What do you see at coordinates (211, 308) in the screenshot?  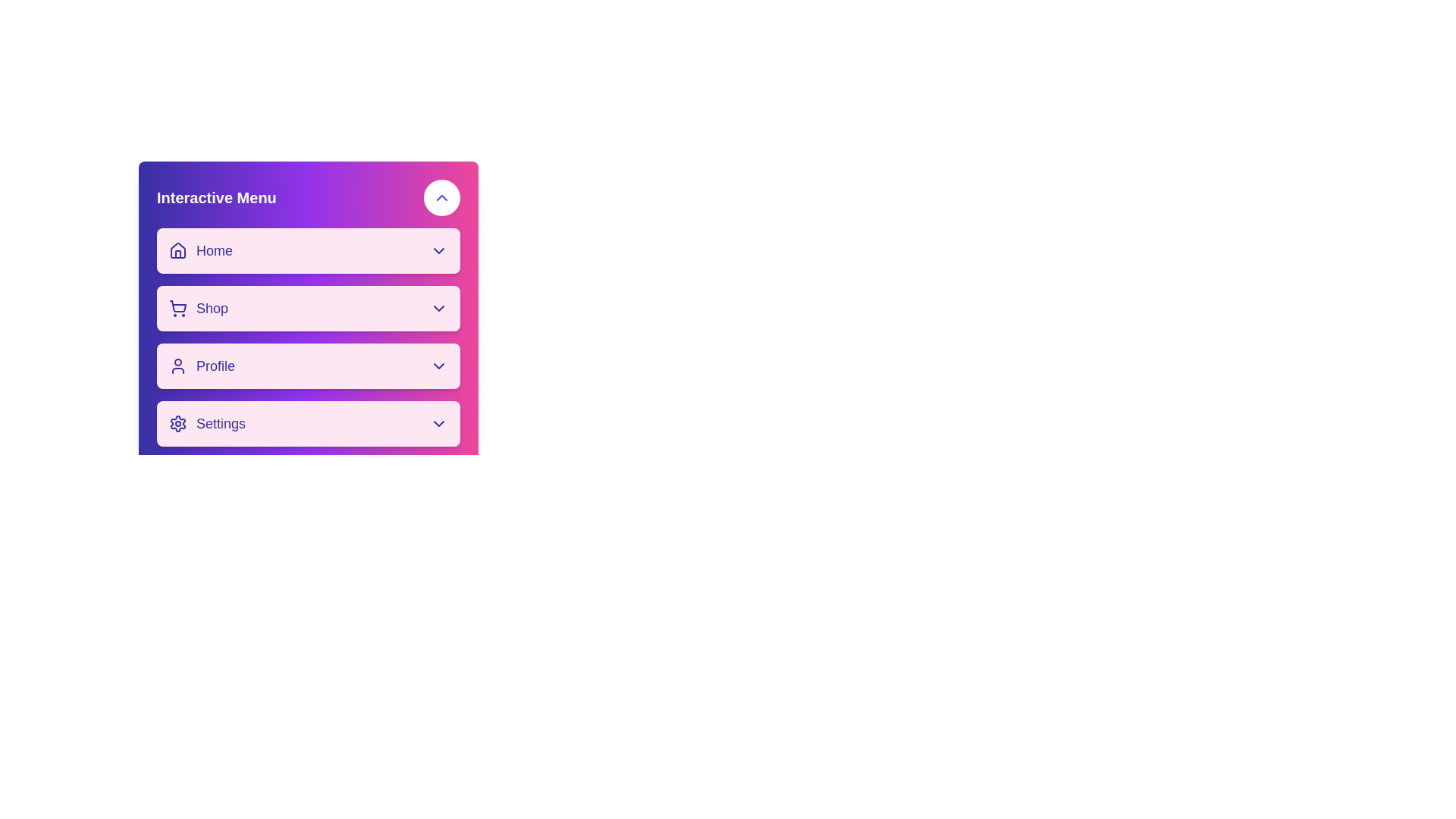 I see `the 'Shop' label, which is styled with a medium font weight and large text size, colored purple, and is positioned in a vertical menu next to a shopping cart icon` at bounding box center [211, 308].